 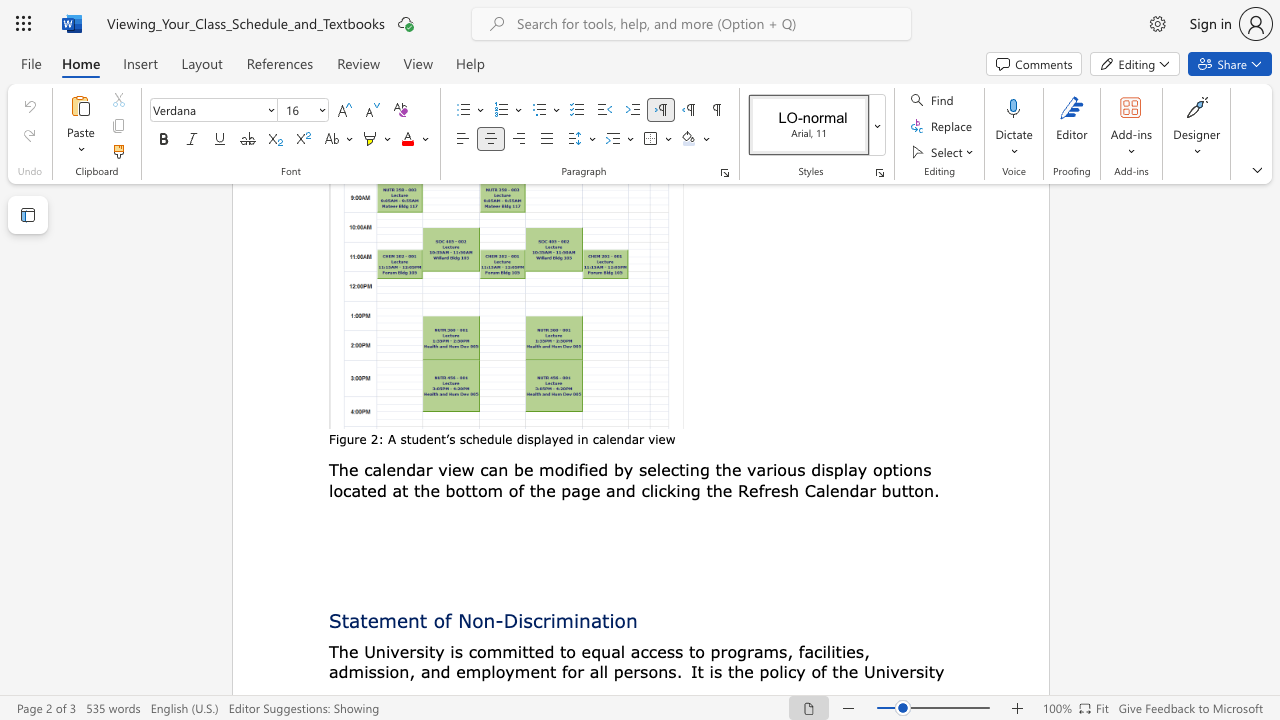 I want to click on the subset text "the various dis" within the text "by selecting the various display options", so click(x=715, y=469).